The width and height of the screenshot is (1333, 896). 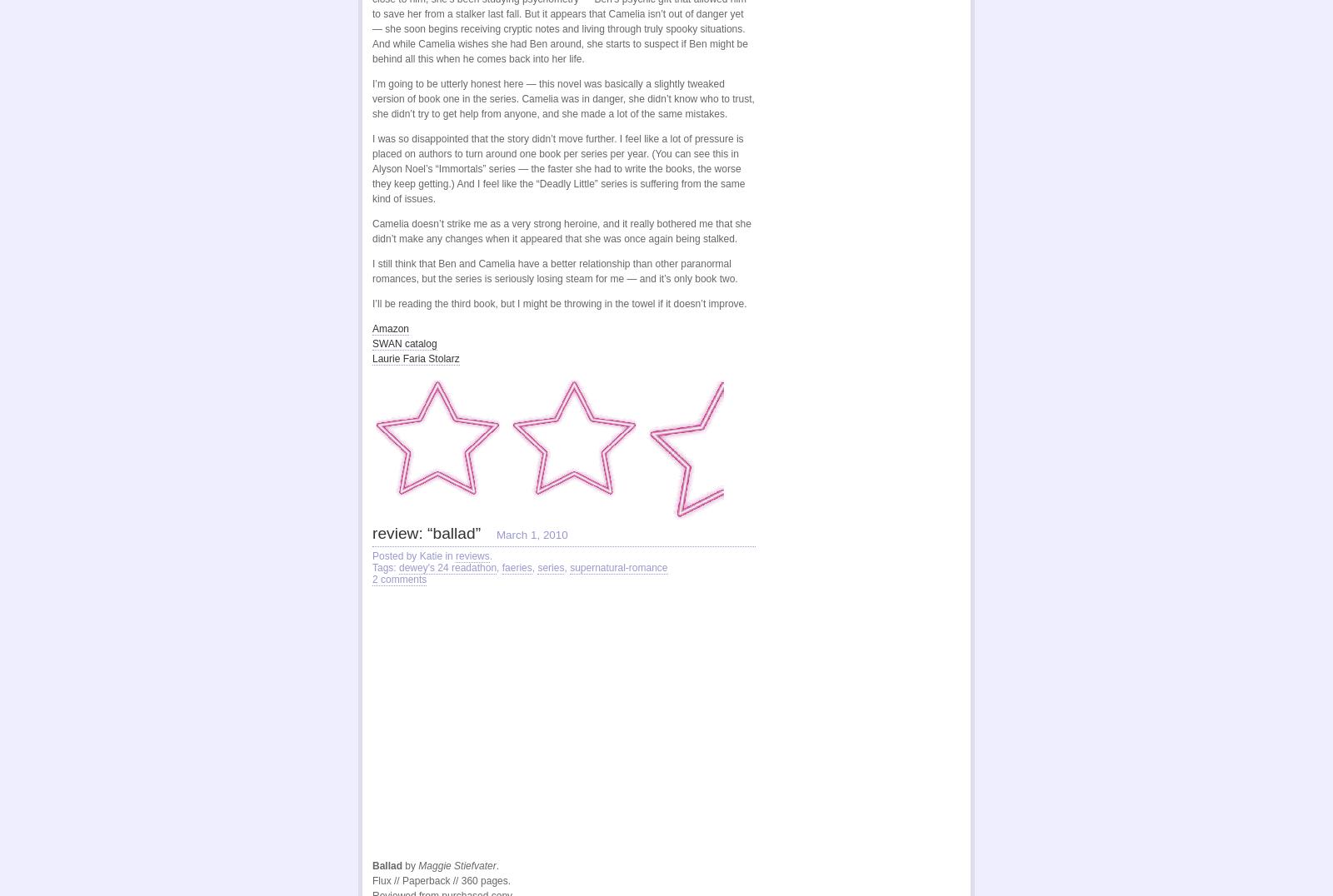 What do you see at coordinates (412, 555) in the screenshot?
I see `'Posted by Katie in'` at bounding box center [412, 555].